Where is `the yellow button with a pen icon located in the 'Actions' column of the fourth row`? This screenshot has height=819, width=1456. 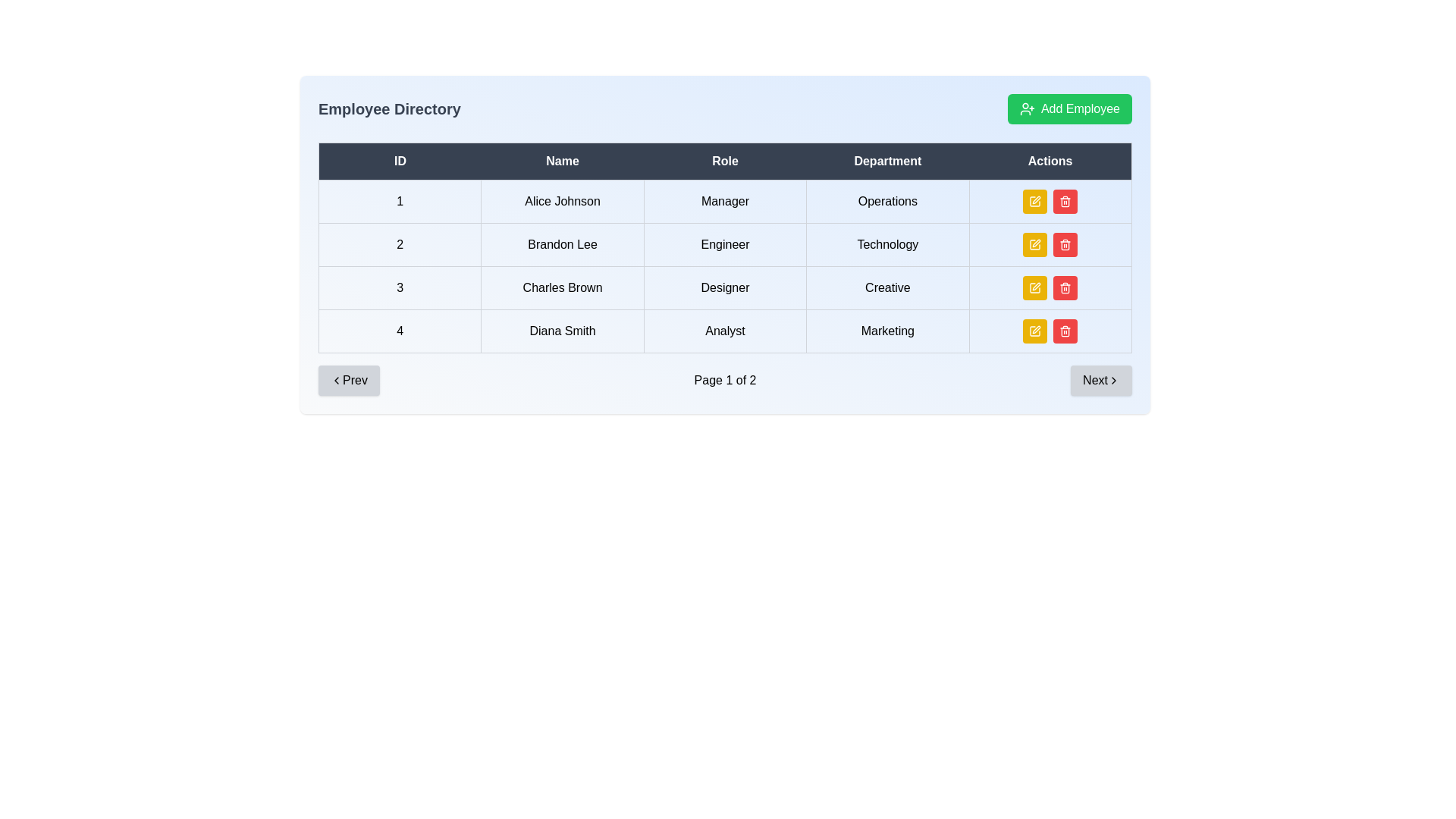
the yellow button with a pen icon located in the 'Actions' column of the fourth row is located at coordinates (1034, 330).